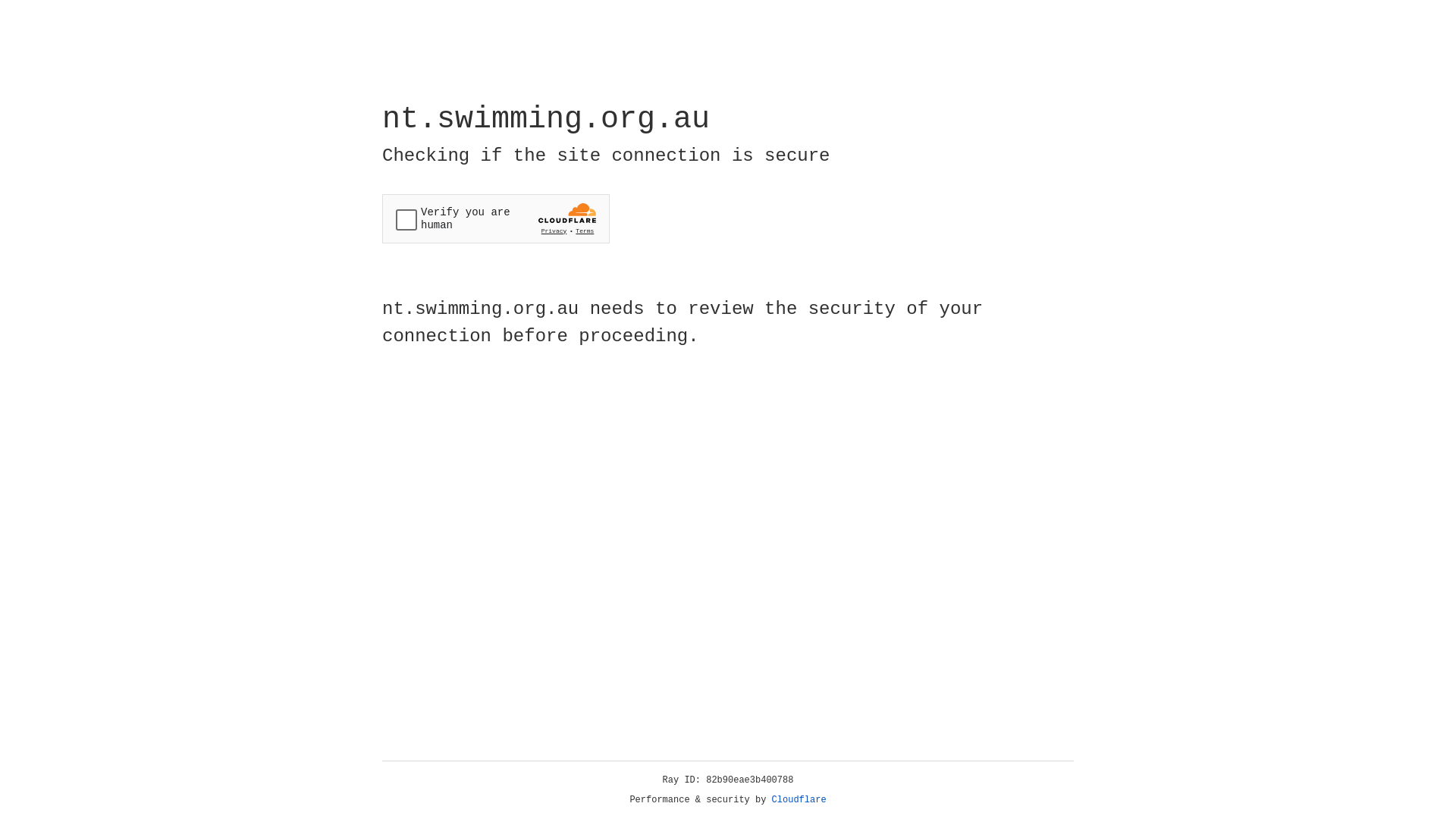 The height and width of the screenshot is (819, 1456). What do you see at coordinates (495, 218) in the screenshot?
I see `'Widget containing a Cloudflare security challenge'` at bounding box center [495, 218].